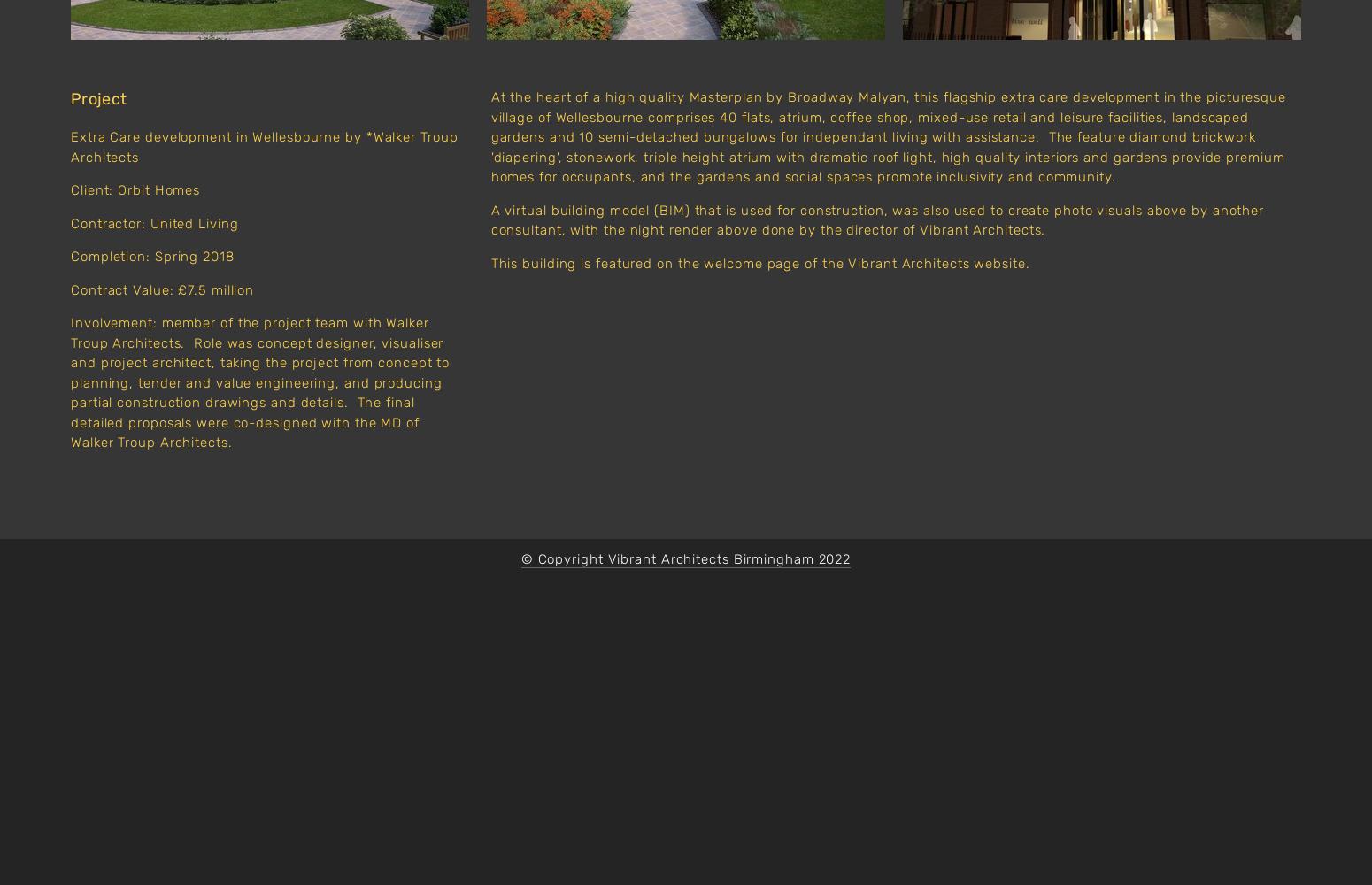 Image resolution: width=1372 pixels, height=885 pixels. I want to click on 'Extra Care development in Wellesbourne by *Walker Troup Architects', so click(266, 147).